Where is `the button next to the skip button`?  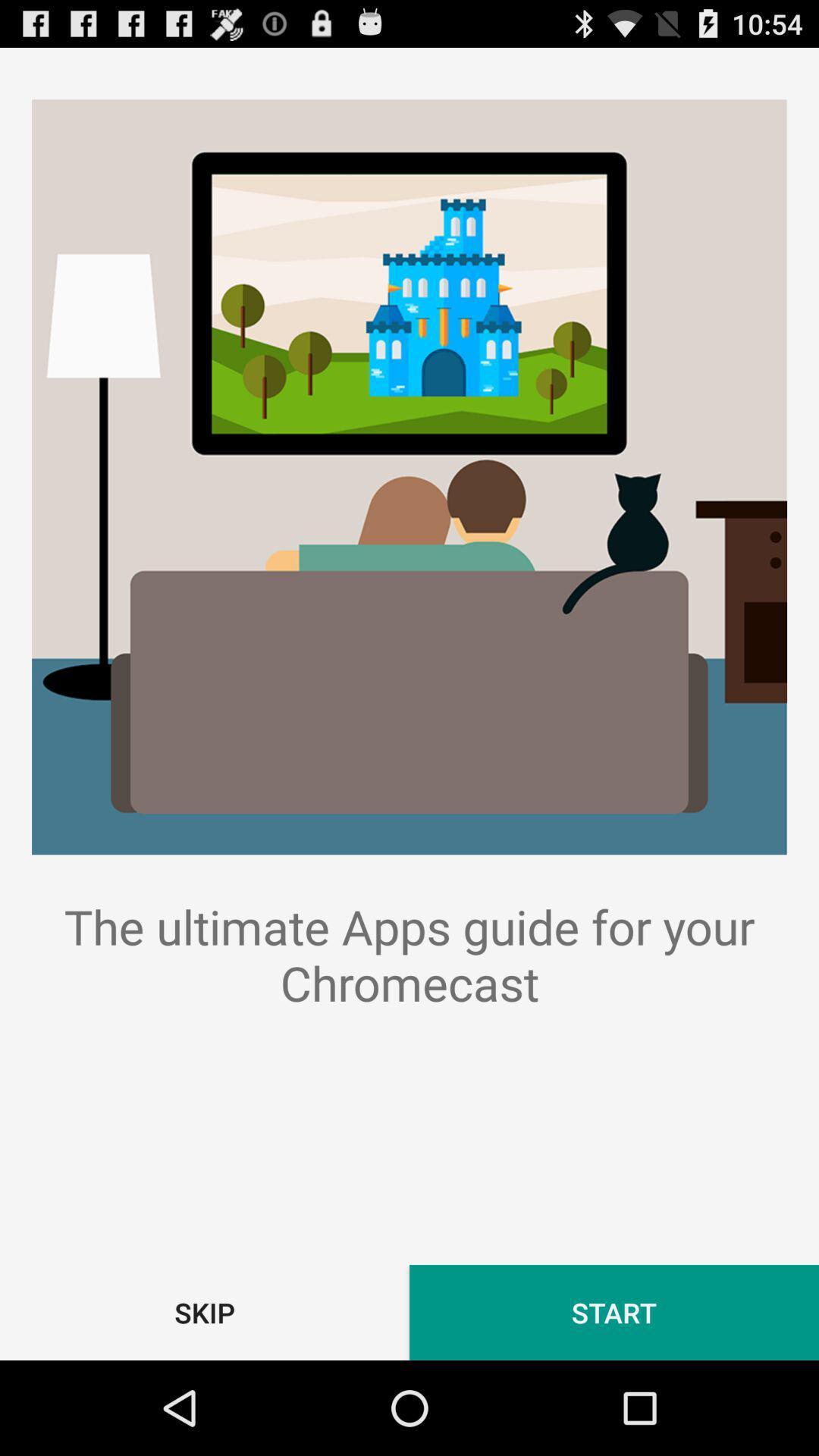 the button next to the skip button is located at coordinates (614, 1312).